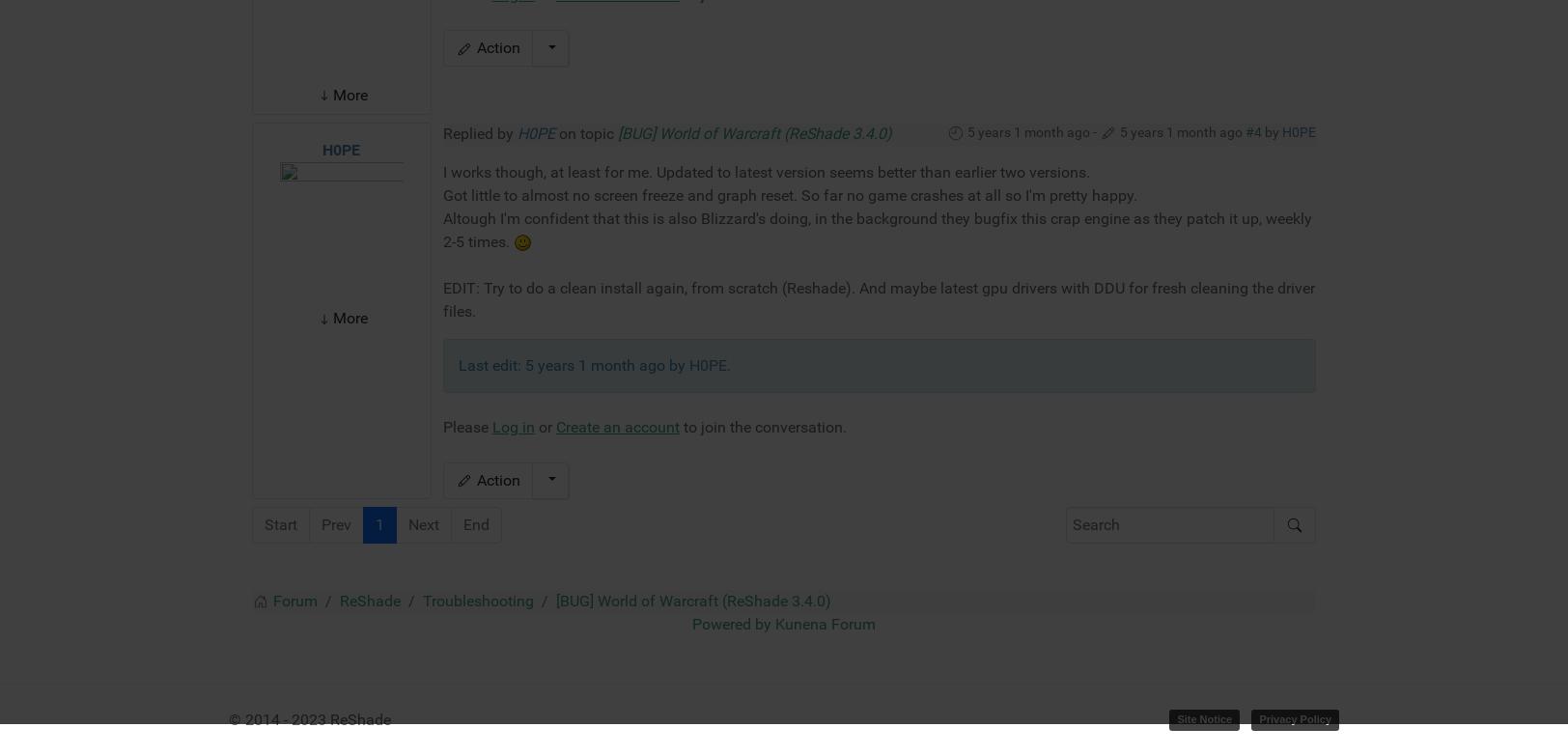 This screenshot has height=756, width=1568. I want to click on 'More', so click(349, 13).